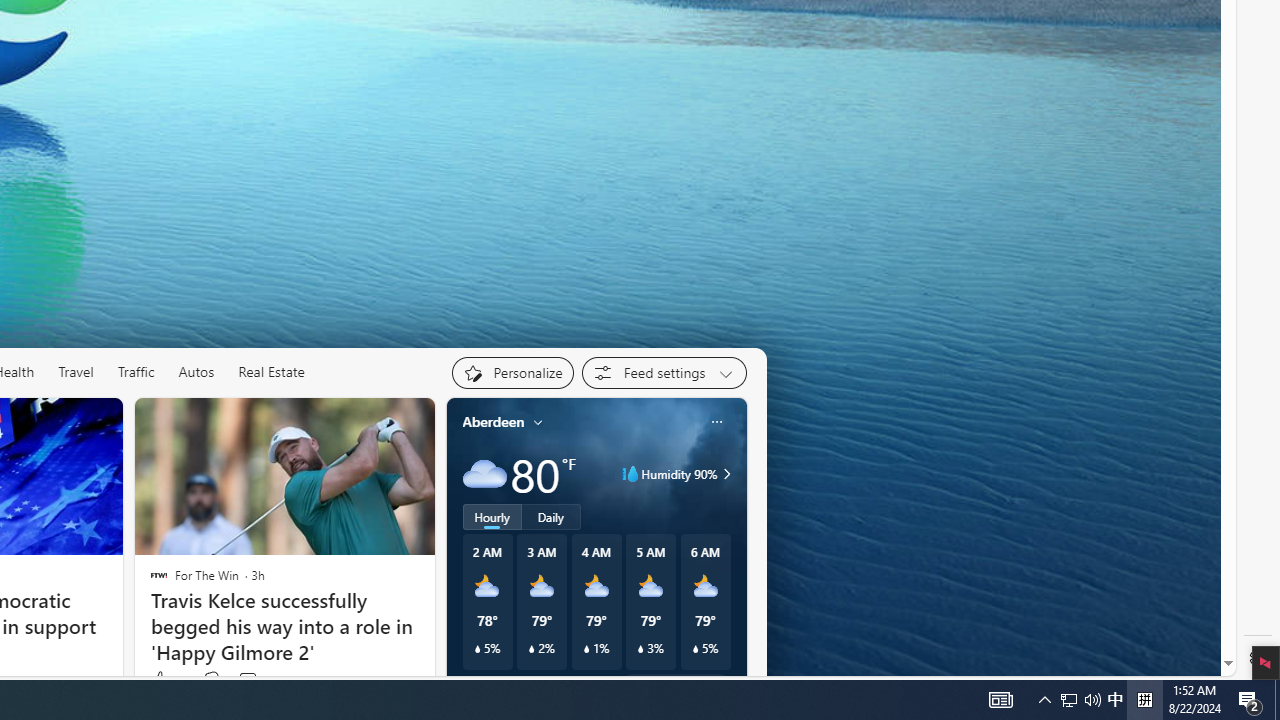 The image size is (1280, 720). What do you see at coordinates (726, 474) in the screenshot?
I see `'Class: weather-arrow-glyph'` at bounding box center [726, 474].